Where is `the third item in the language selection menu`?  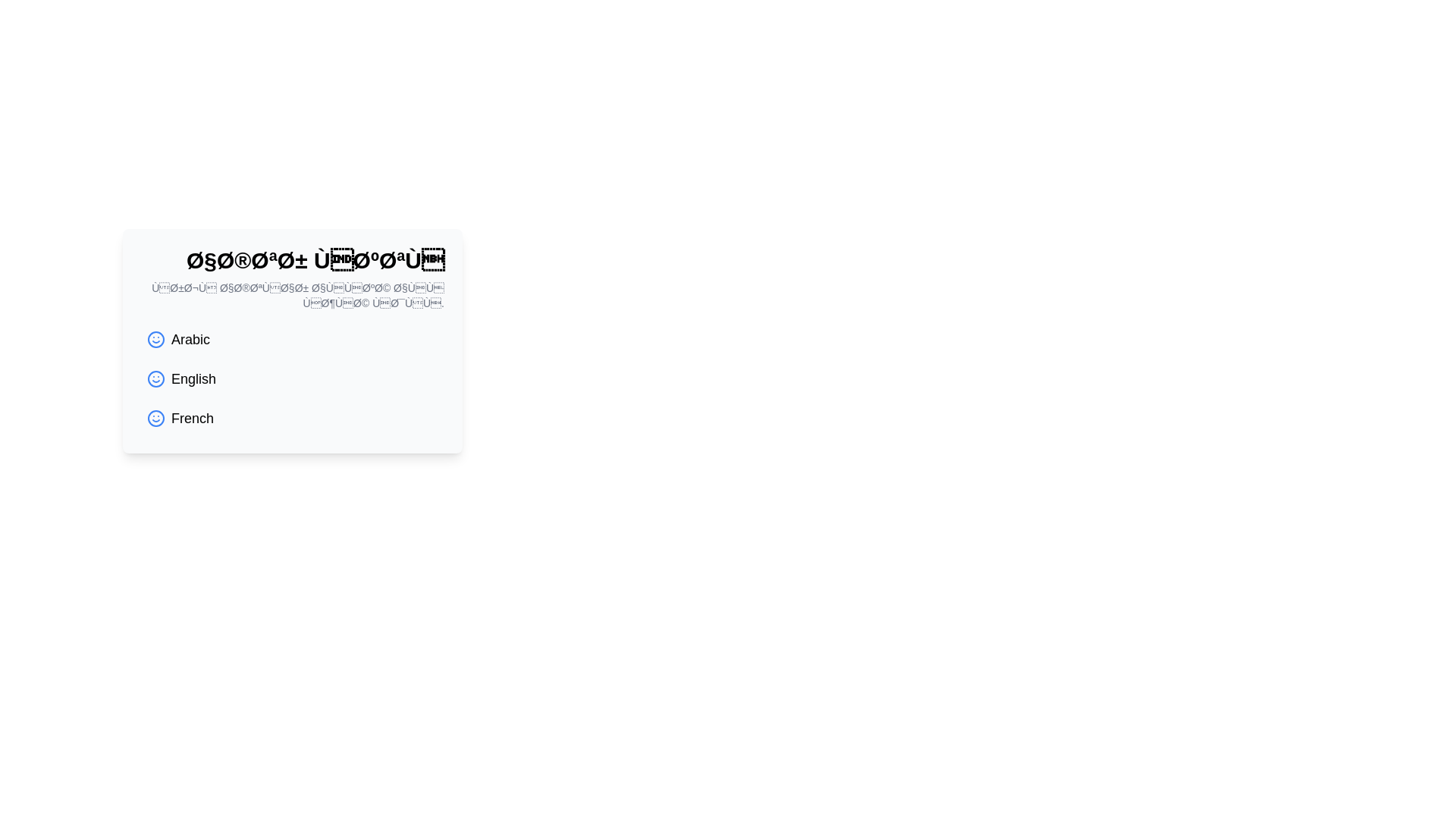
the third item in the language selection menu is located at coordinates (292, 418).